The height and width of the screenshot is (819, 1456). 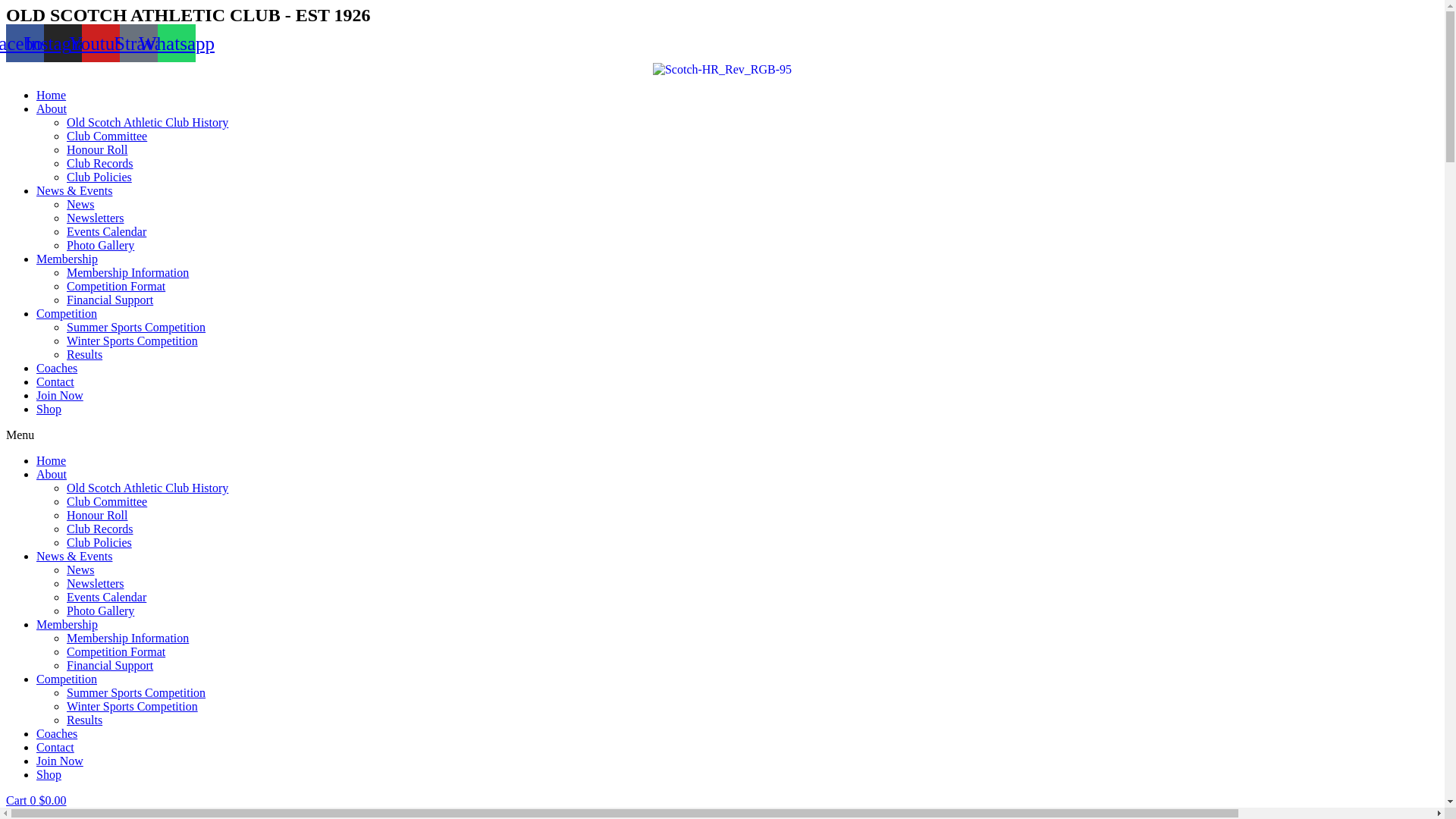 What do you see at coordinates (127, 638) in the screenshot?
I see `'Membership Information'` at bounding box center [127, 638].